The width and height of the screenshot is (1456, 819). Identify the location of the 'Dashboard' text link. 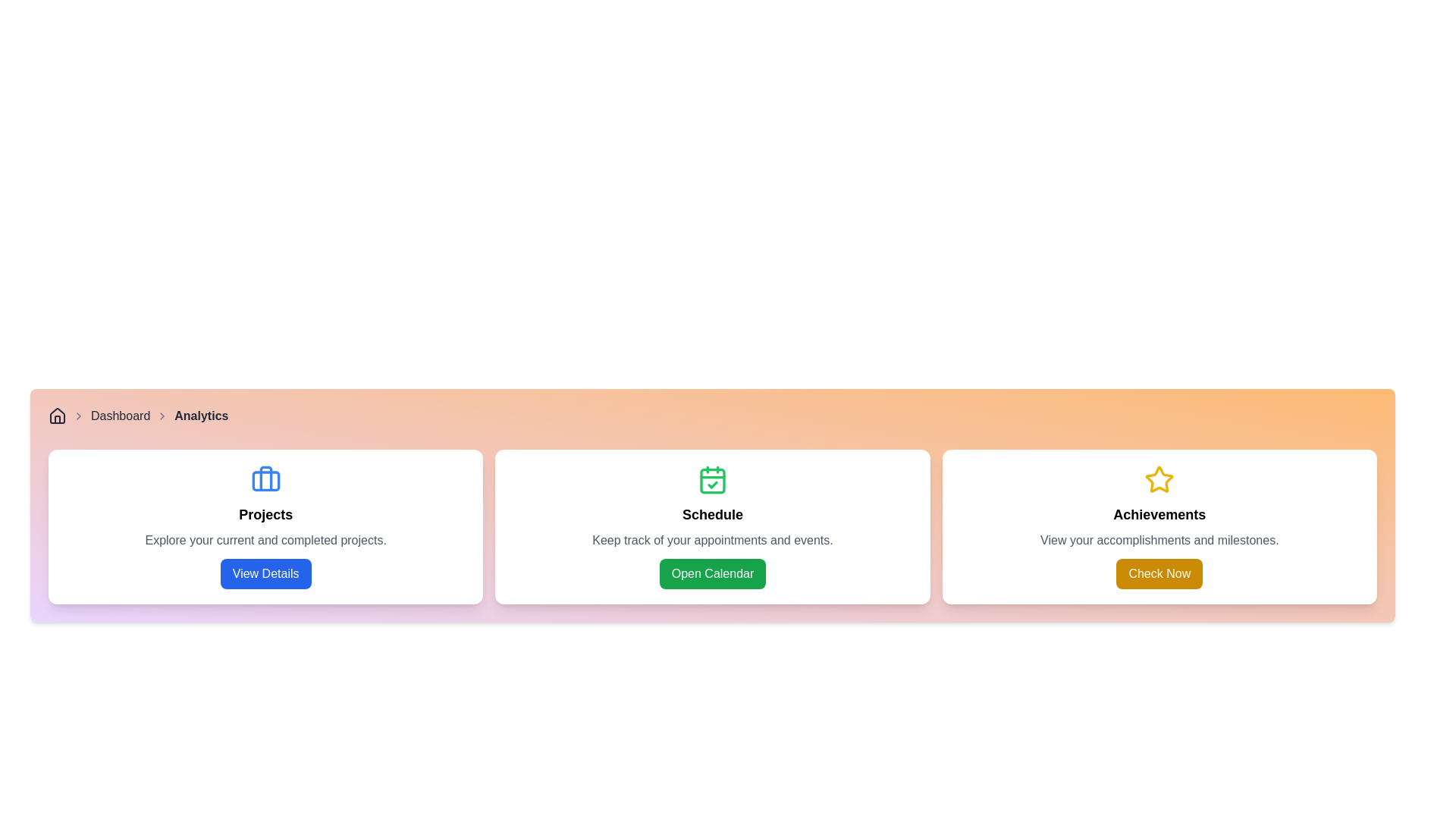
(120, 416).